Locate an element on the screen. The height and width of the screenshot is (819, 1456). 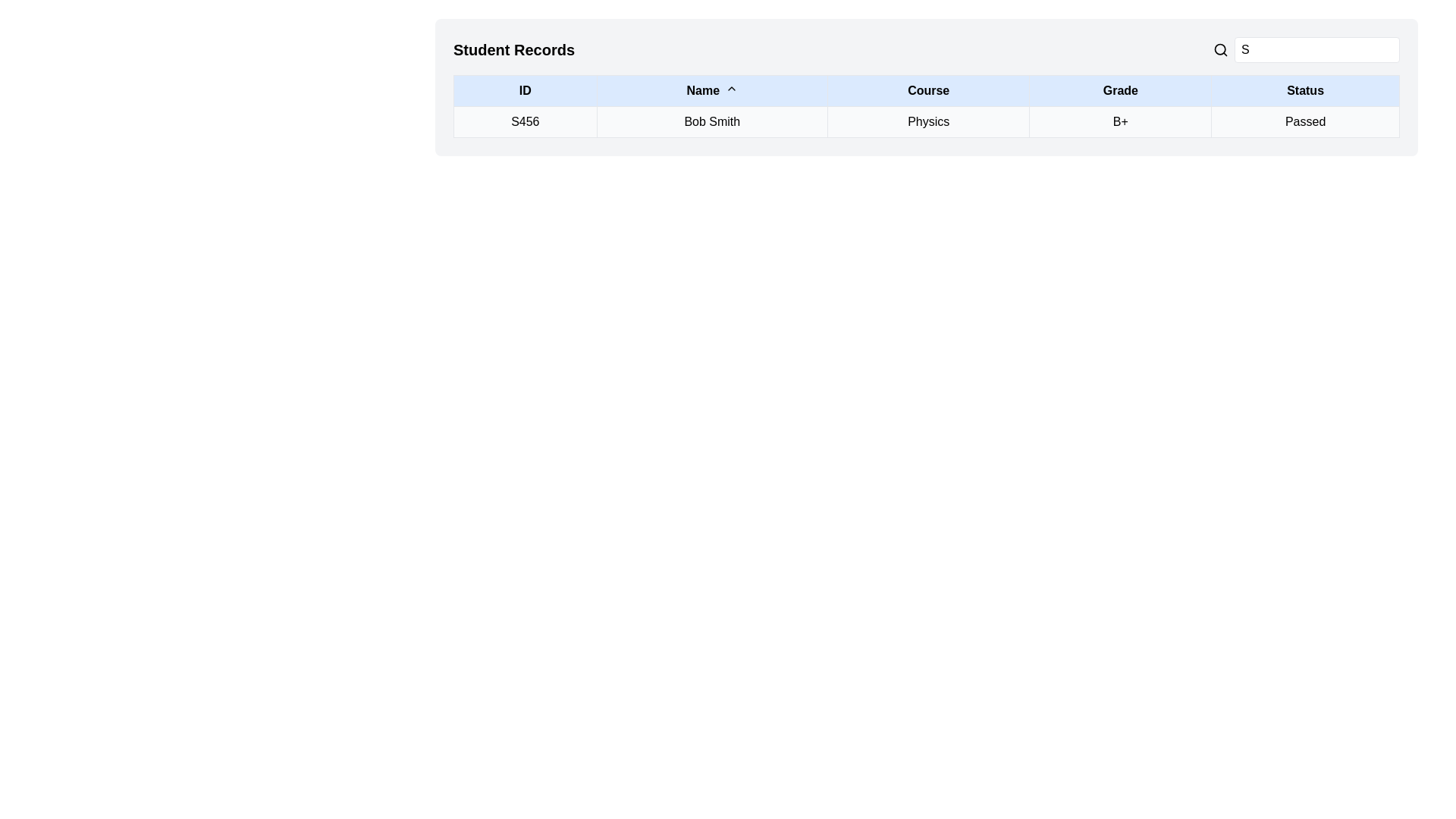
the search icon, which is a black magnifying glass located on the leftmost side of the horizontal section containing a search bar, to initiate a search is located at coordinates (1220, 49).